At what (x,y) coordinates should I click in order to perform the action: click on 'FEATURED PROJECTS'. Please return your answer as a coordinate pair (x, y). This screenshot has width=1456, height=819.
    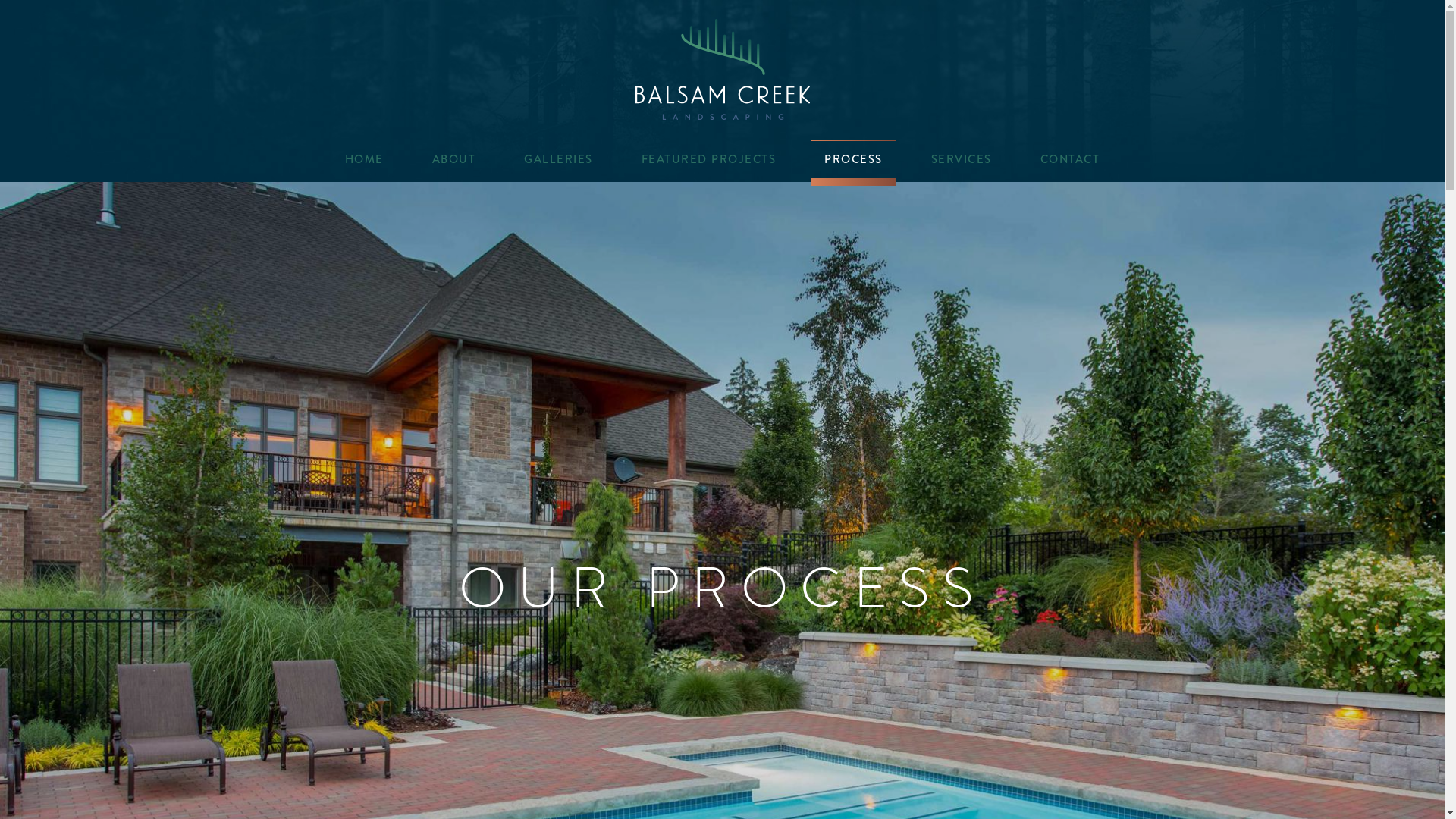
    Looking at the image, I should click on (708, 158).